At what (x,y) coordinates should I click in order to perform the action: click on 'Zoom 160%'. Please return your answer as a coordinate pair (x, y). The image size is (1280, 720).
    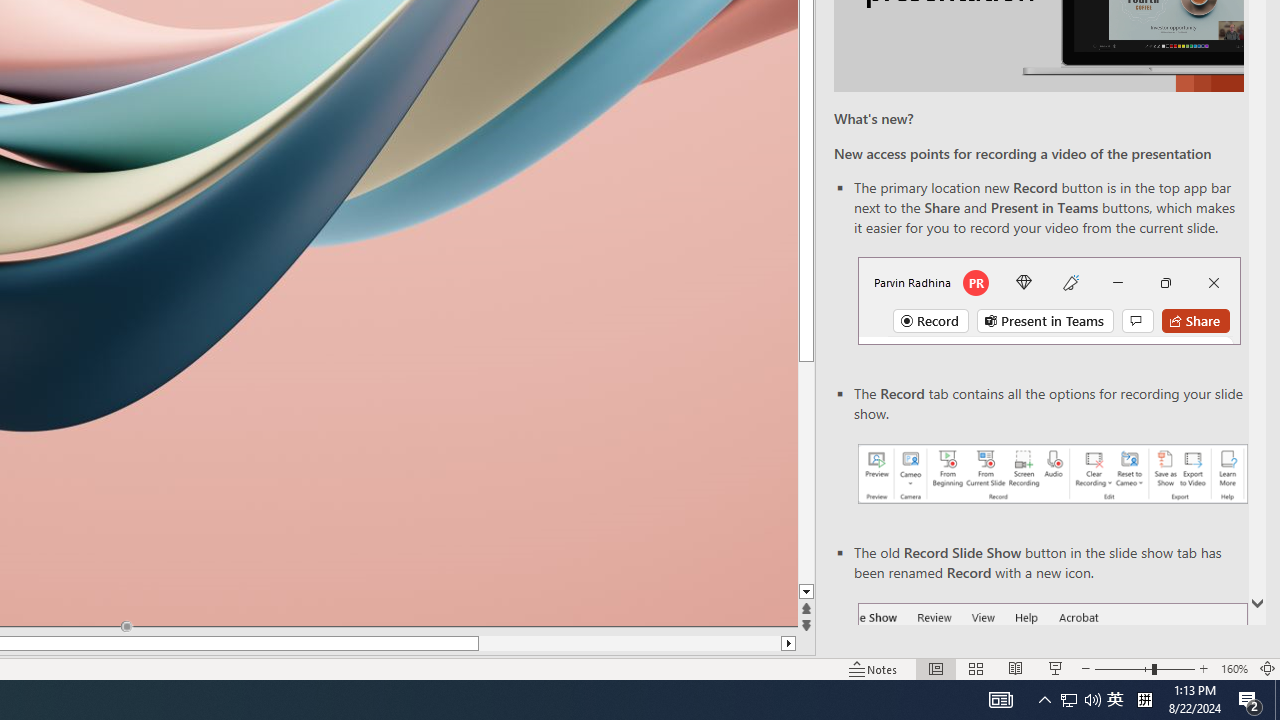
    Looking at the image, I should click on (1233, 669).